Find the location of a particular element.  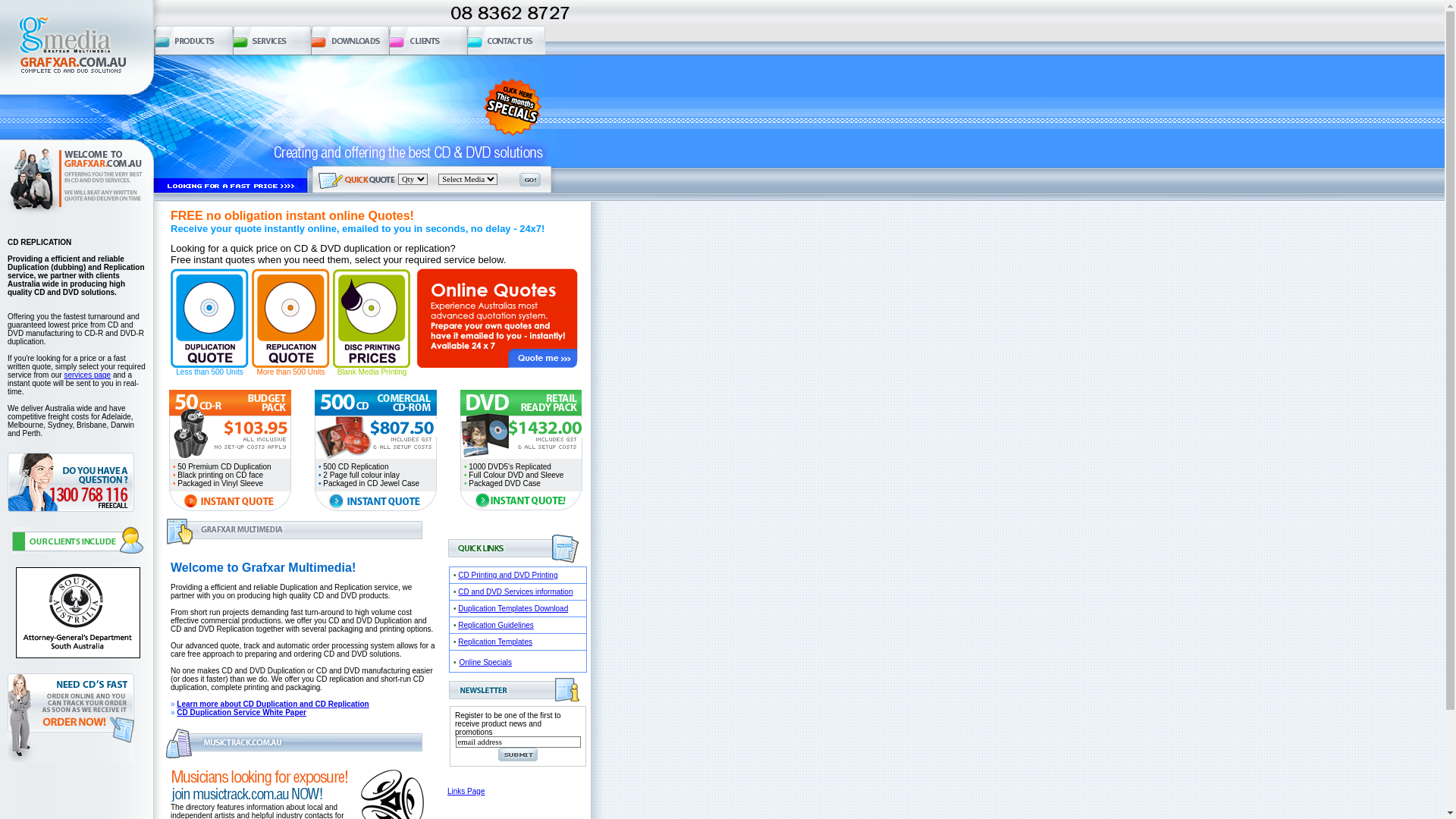

'Links Page' is located at coordinates (465, 790).